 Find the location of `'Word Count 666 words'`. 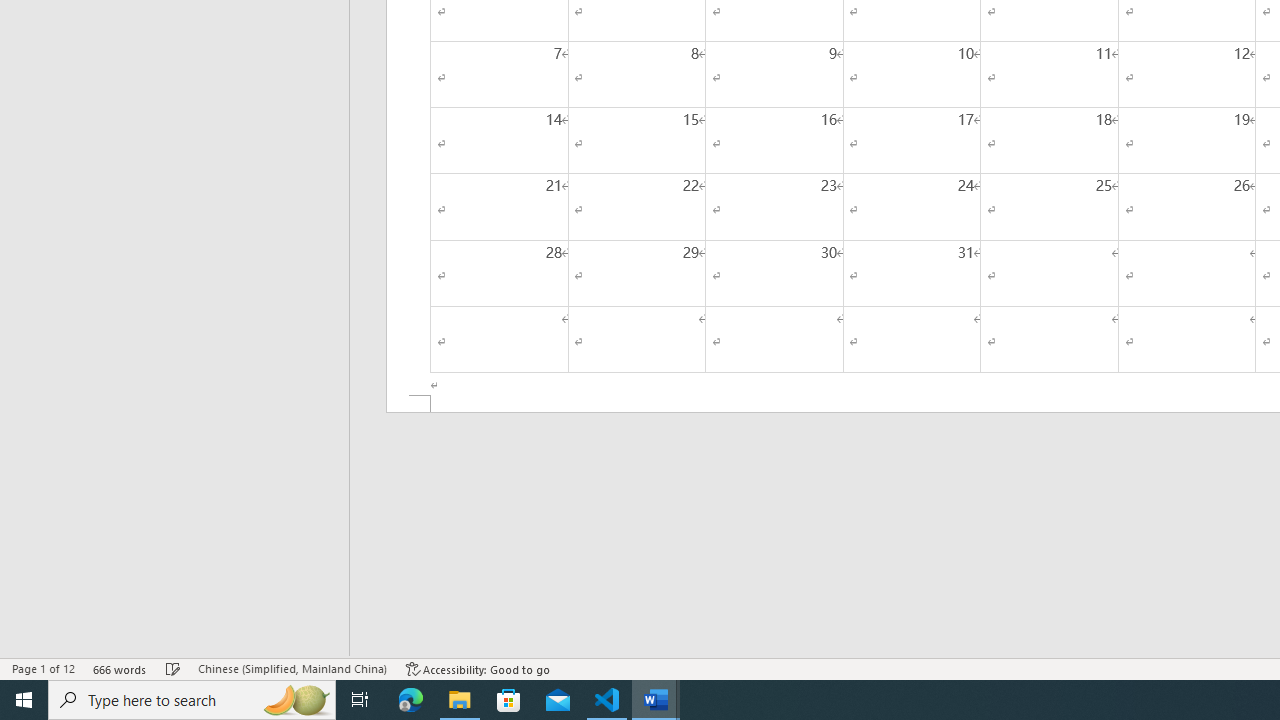

'Word Count 666 words' is located at coordinates (119, 669).